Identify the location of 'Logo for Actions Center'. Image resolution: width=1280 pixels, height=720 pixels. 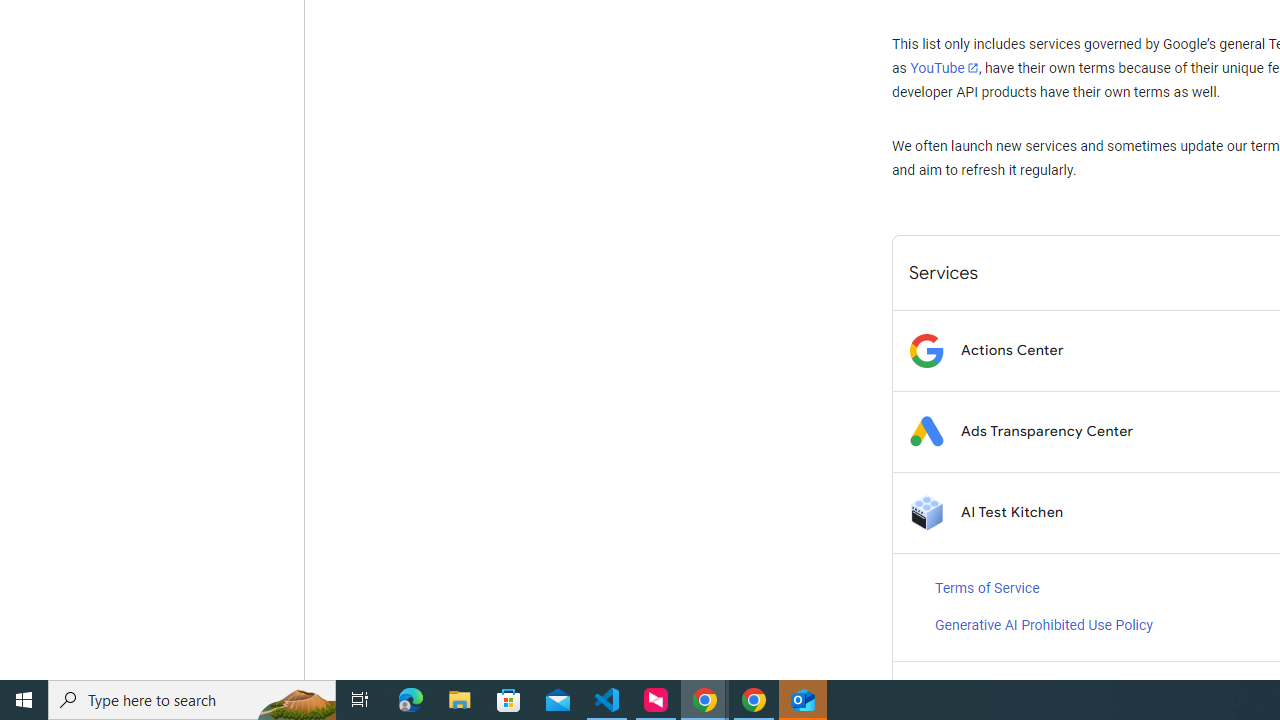
(925, 349).